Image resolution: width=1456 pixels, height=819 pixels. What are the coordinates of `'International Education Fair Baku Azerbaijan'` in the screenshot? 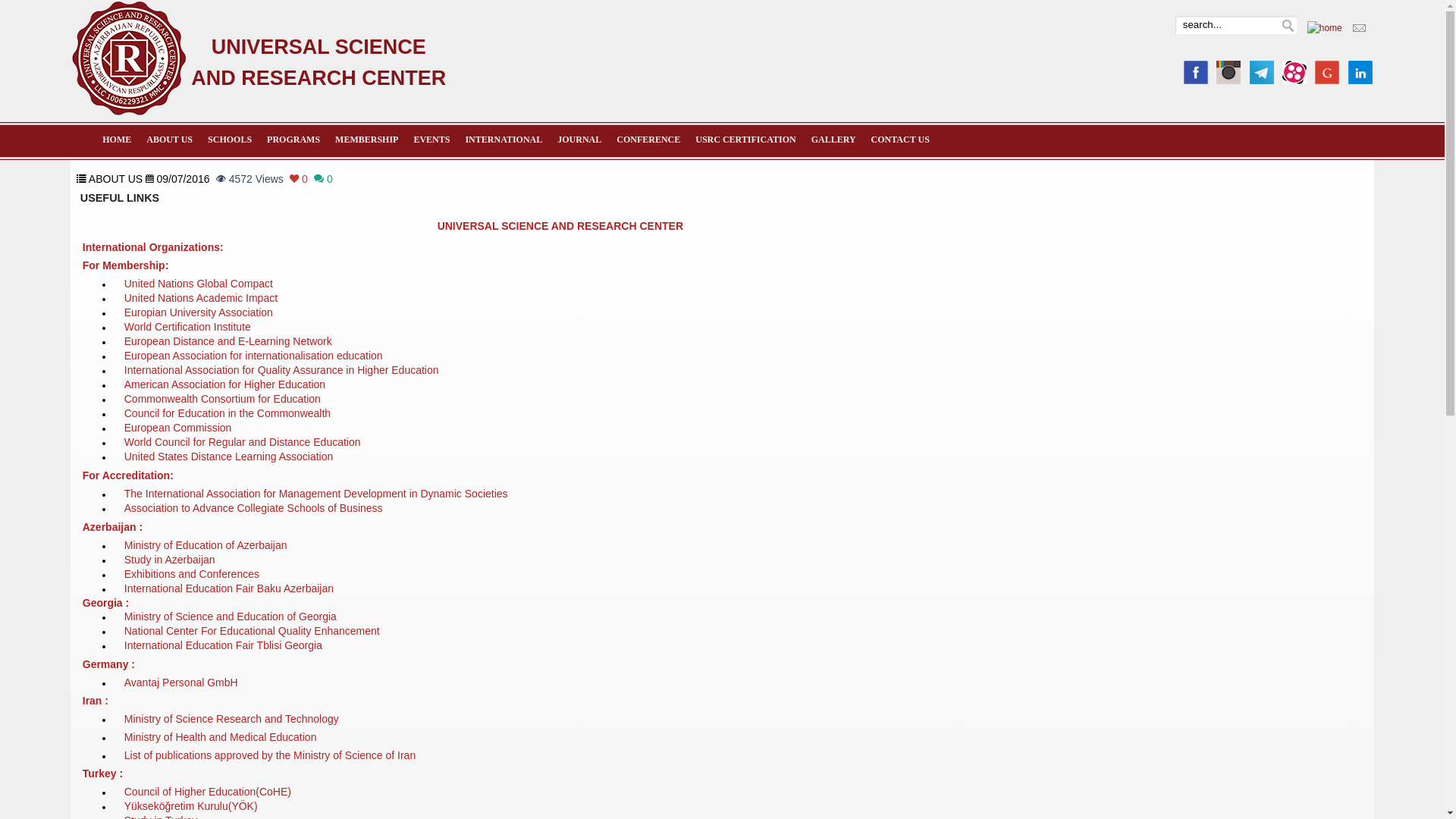 It's located at (228, 588).